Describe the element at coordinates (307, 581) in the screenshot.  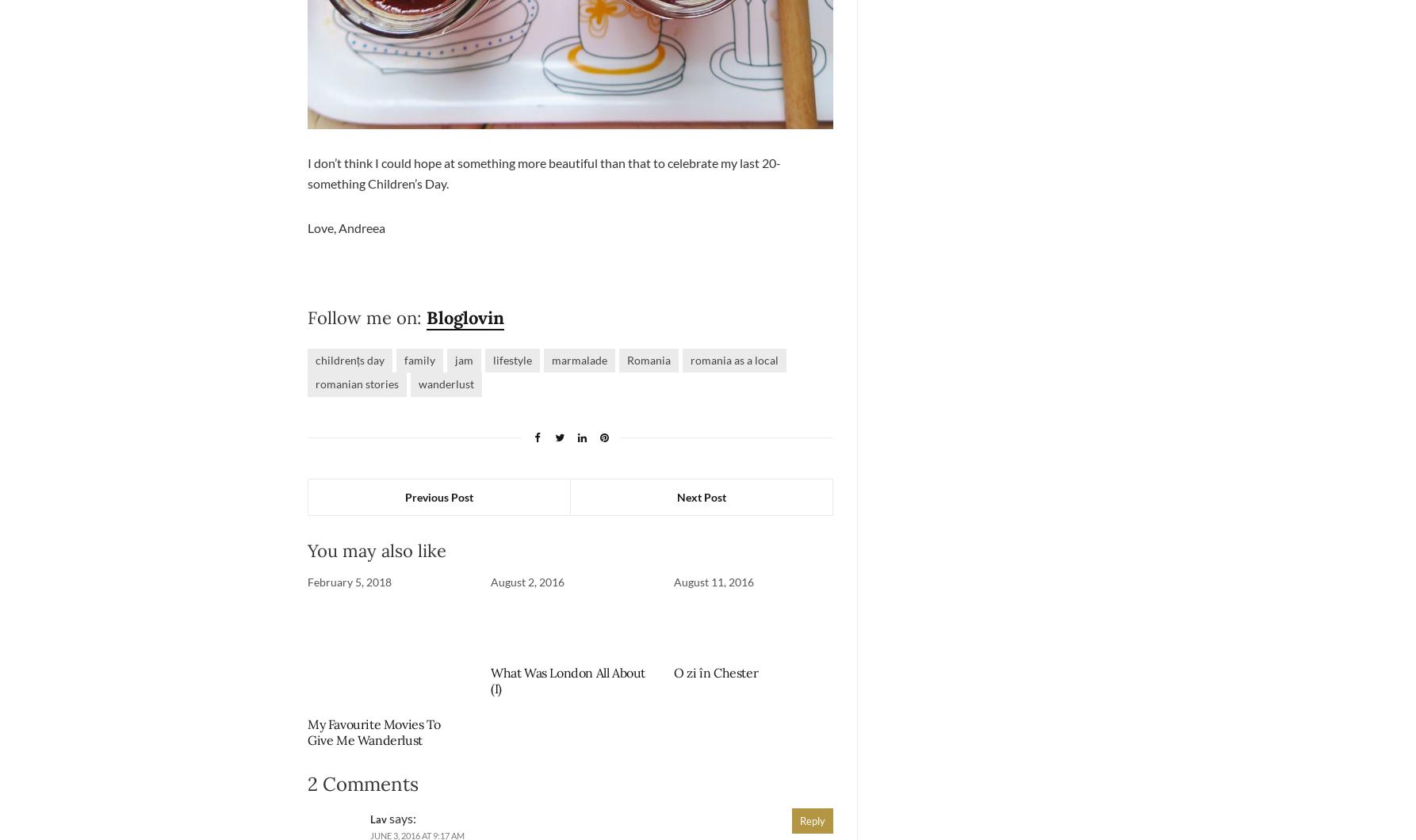
I see `'February 5, 2018'` at that location.